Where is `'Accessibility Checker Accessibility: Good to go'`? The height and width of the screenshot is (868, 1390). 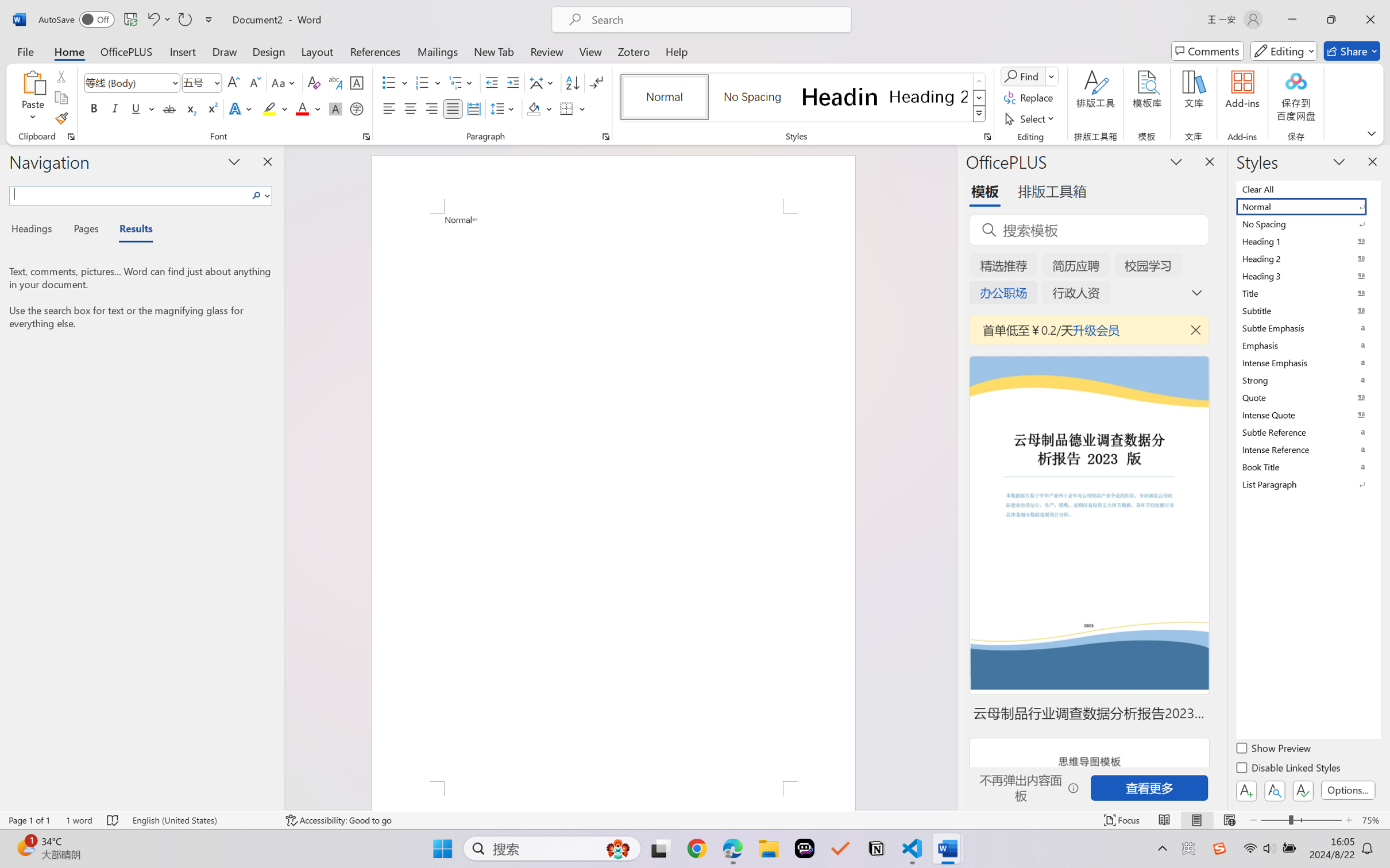 'Accessibility Checker Accessibility: Good to go' is located at coordinates (338, 820).